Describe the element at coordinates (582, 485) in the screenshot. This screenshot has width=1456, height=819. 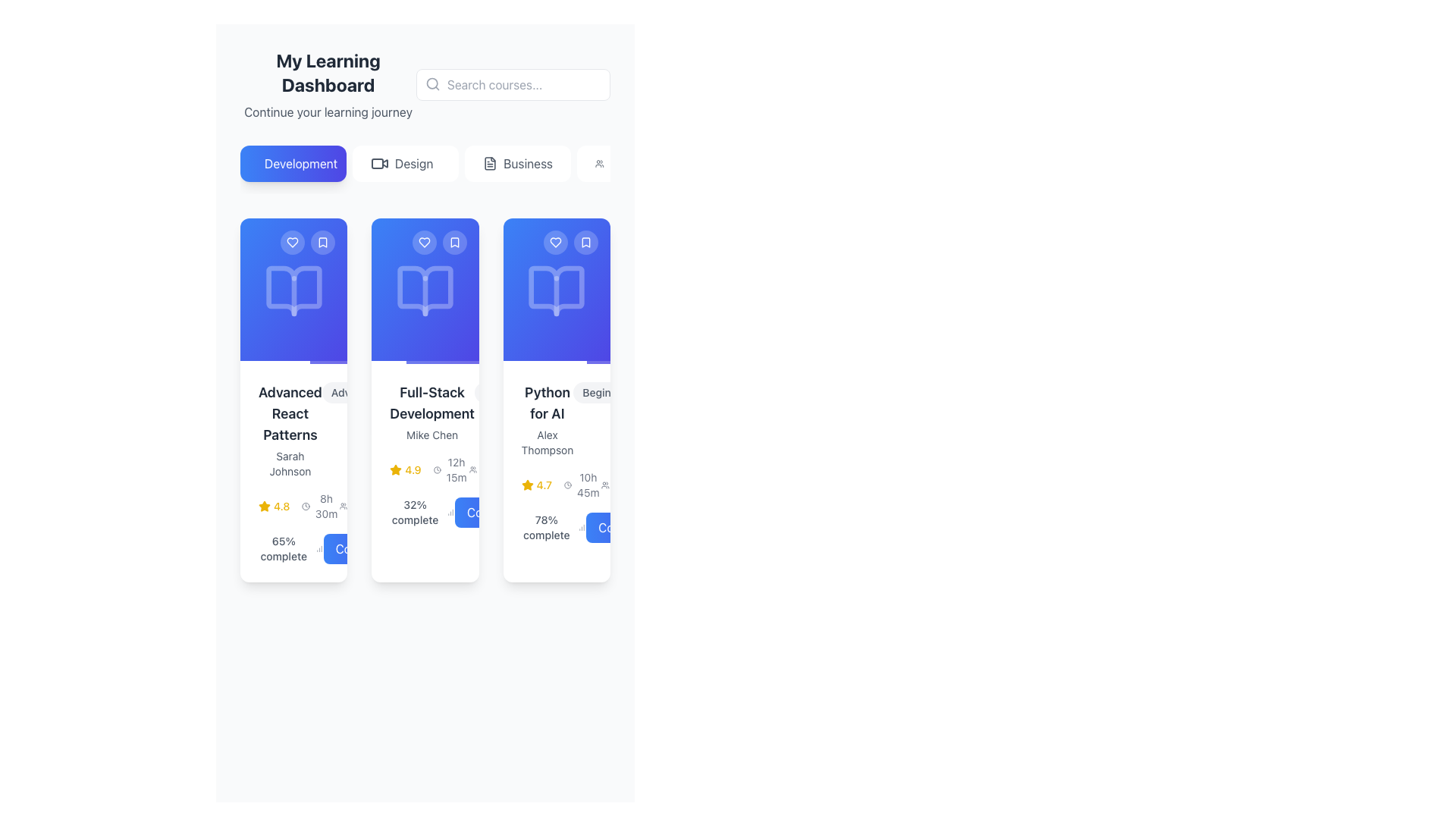
I see `the text label displaying '10h 45m' with a clock icon` at that location.